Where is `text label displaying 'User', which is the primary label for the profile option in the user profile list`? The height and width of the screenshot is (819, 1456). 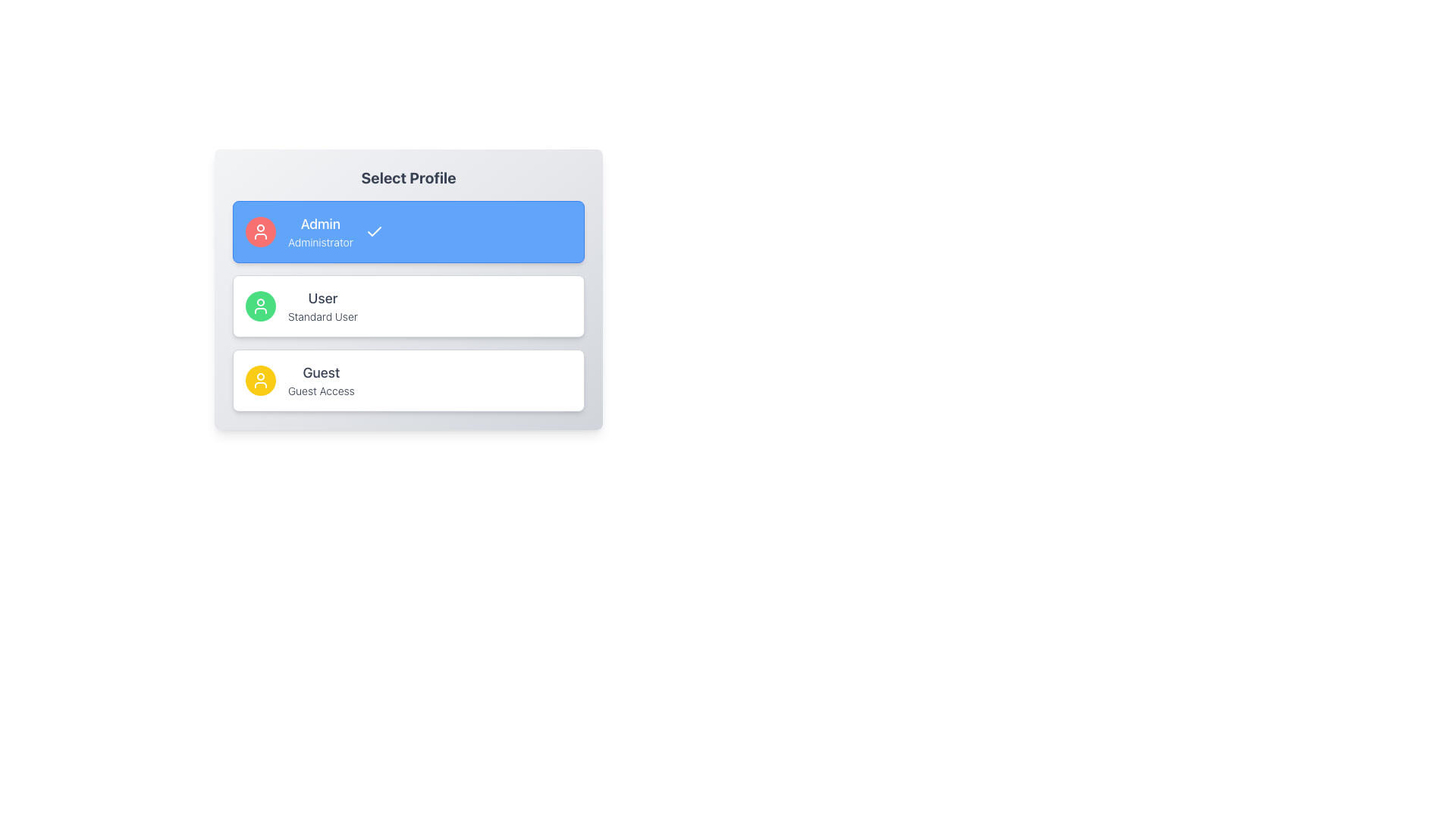
text label displaying 'User', which is the primary label for the profile option in the user profile list is located at coordinates (322, 298).